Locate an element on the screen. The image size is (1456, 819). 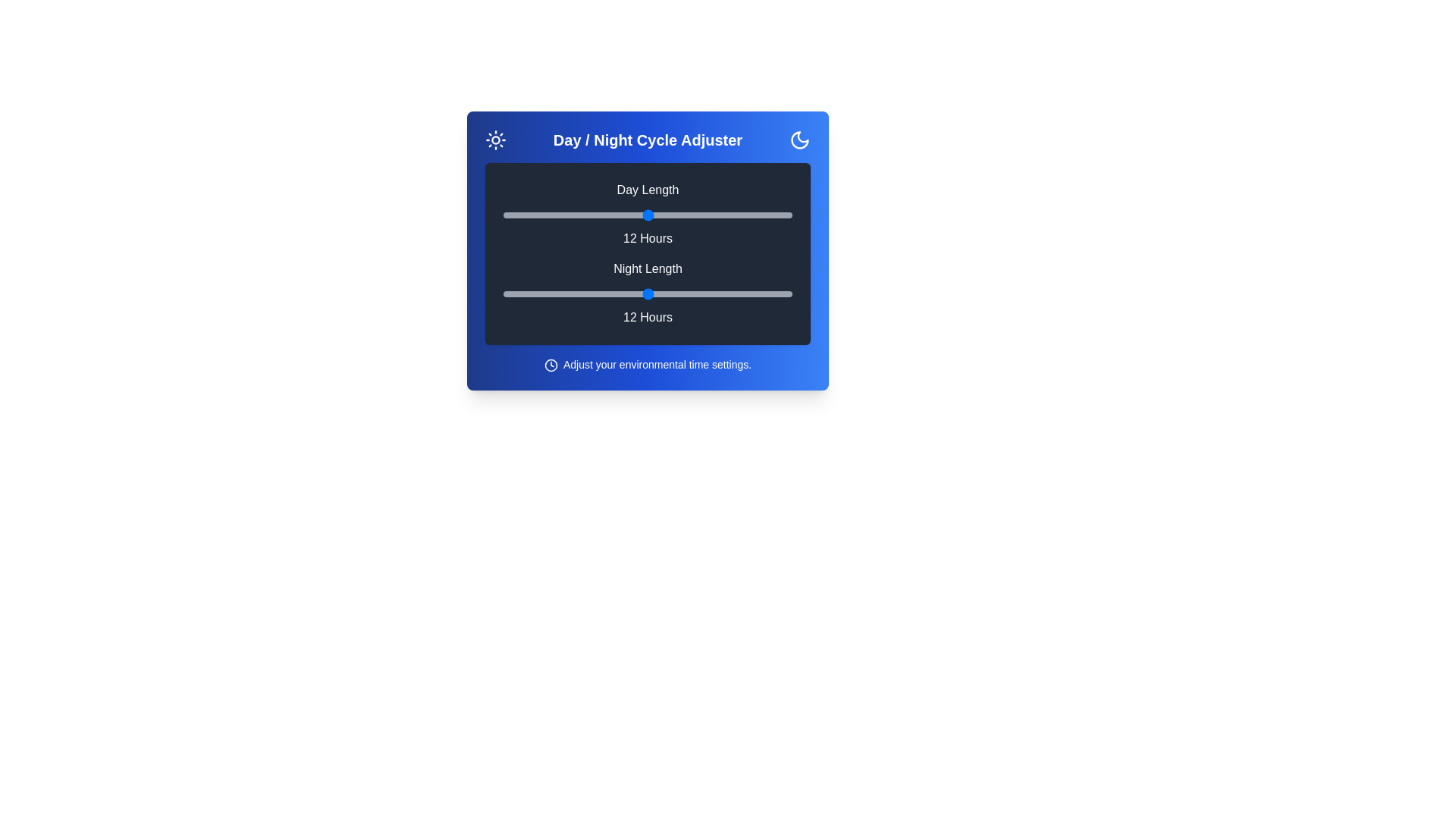
the 'Night Length' slider to 15 hours is located at coordinates (719, 294).